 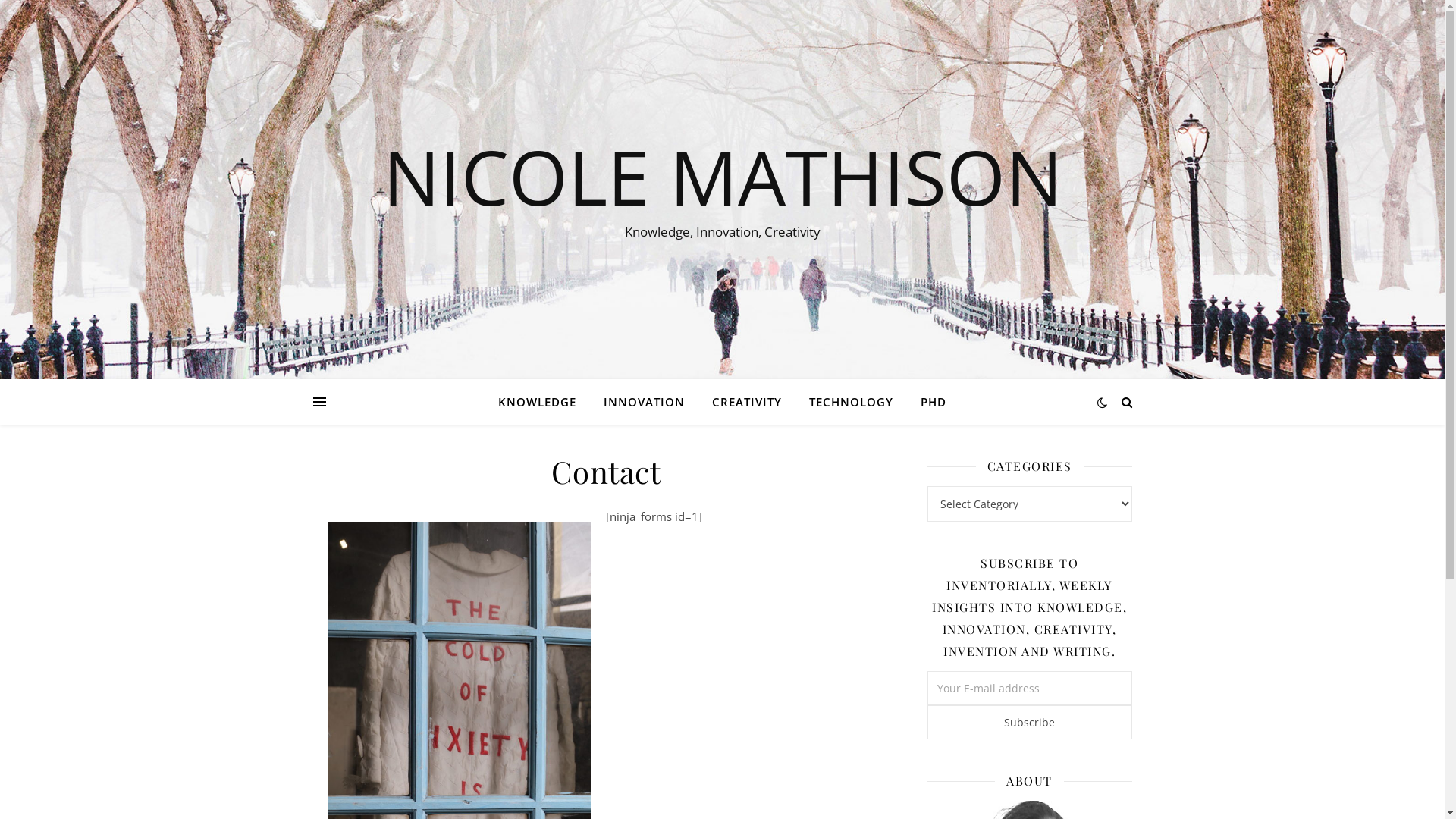 I want to click on 'Subscribe', so click(x=1029, y=721).